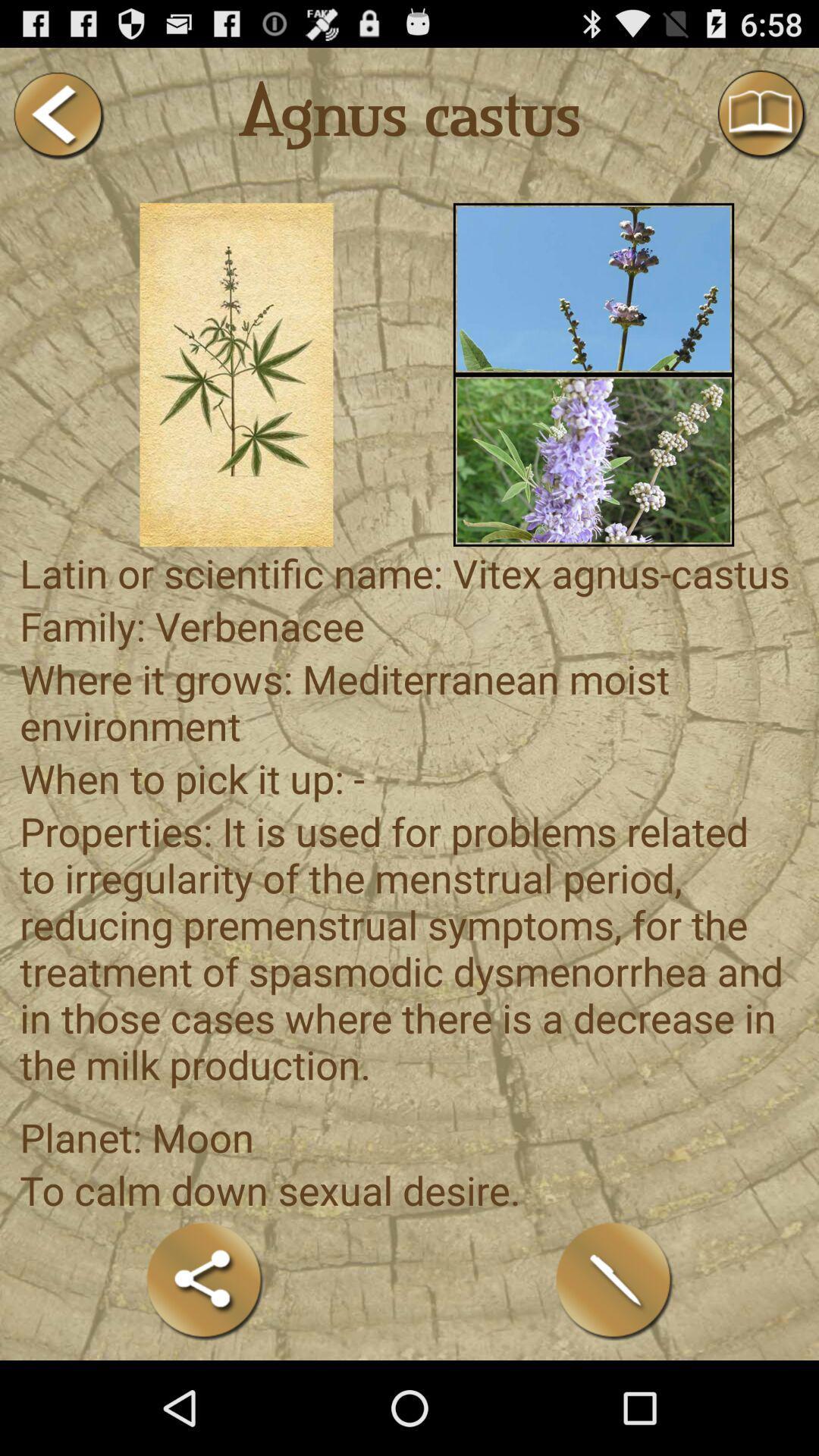 This screenshot has width=819, height=1456. Describe the element at coordinates (205, 1280) in the screenshot. I see `share button` at that location.